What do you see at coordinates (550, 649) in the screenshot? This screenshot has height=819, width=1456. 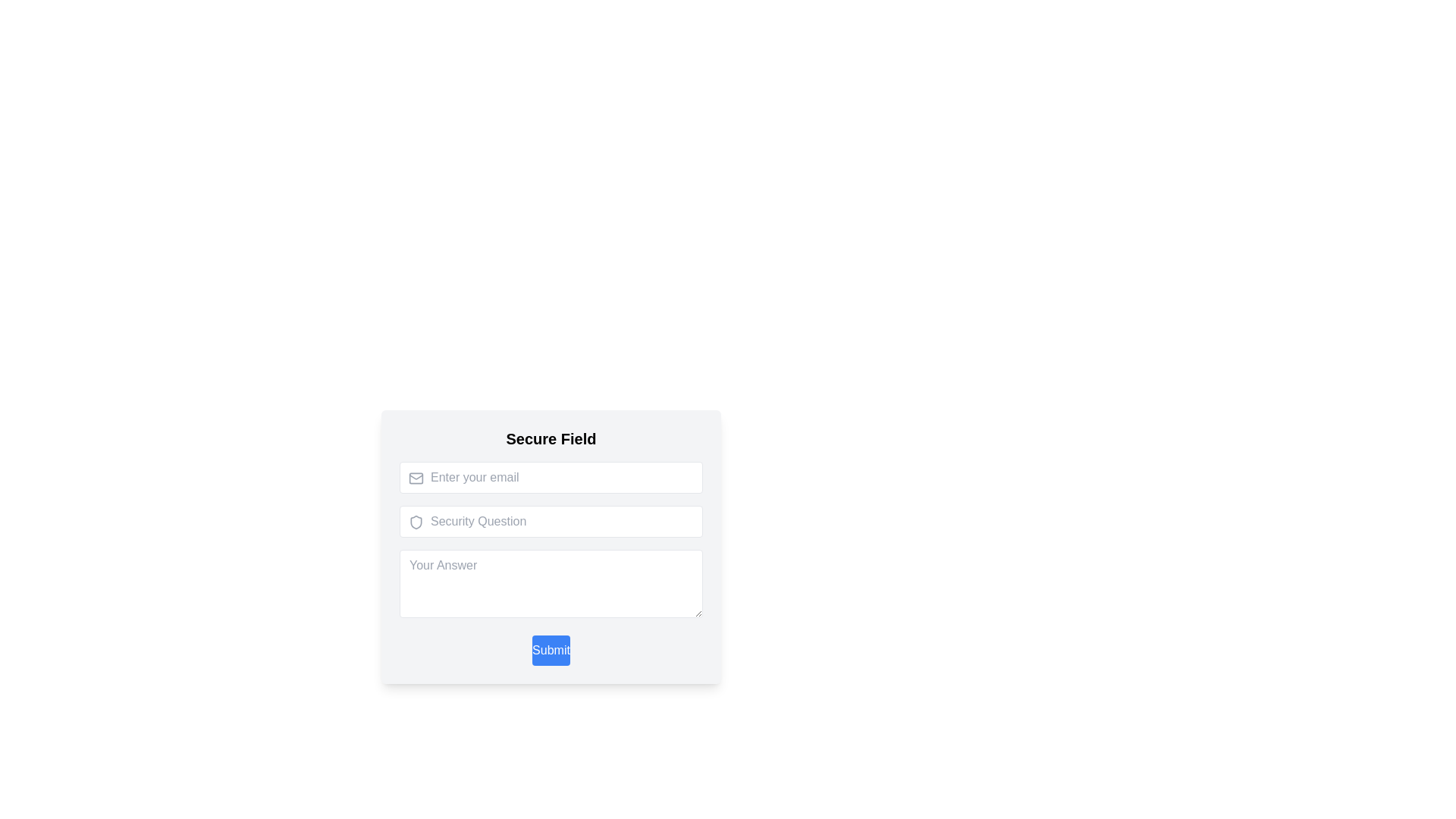 I see `the blue 'Submit' button with rounded corners` at bounding box center [550, 649].